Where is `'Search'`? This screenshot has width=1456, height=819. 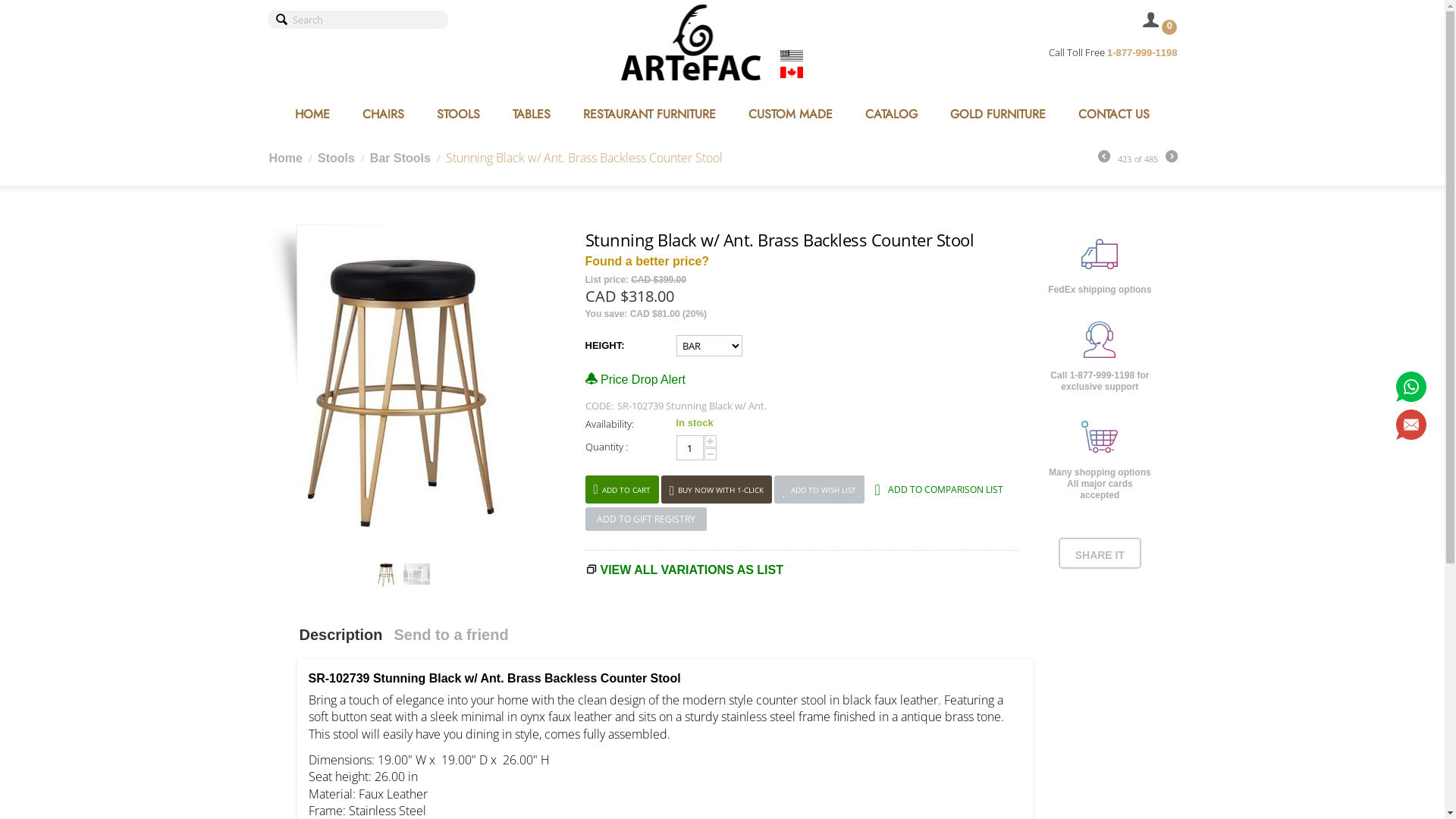
'Search' is located at coordinates (282, 20).